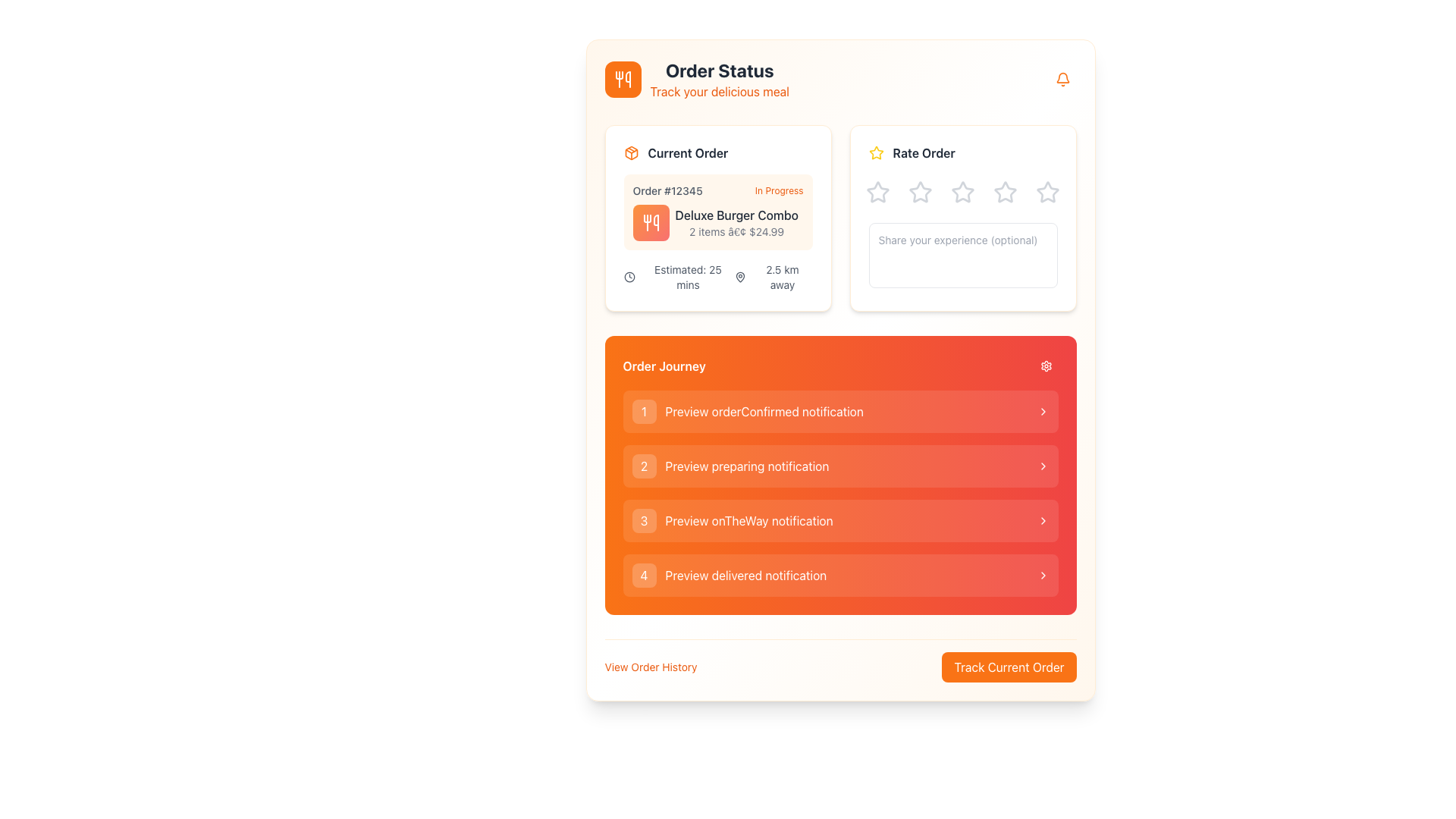 This screenshot has width=1456, height=819. Describe the element at coordinates (631, 152) in the screenshot. I see `the small orange package icon with a white outline located before the 'Current Order' text label` at that location.